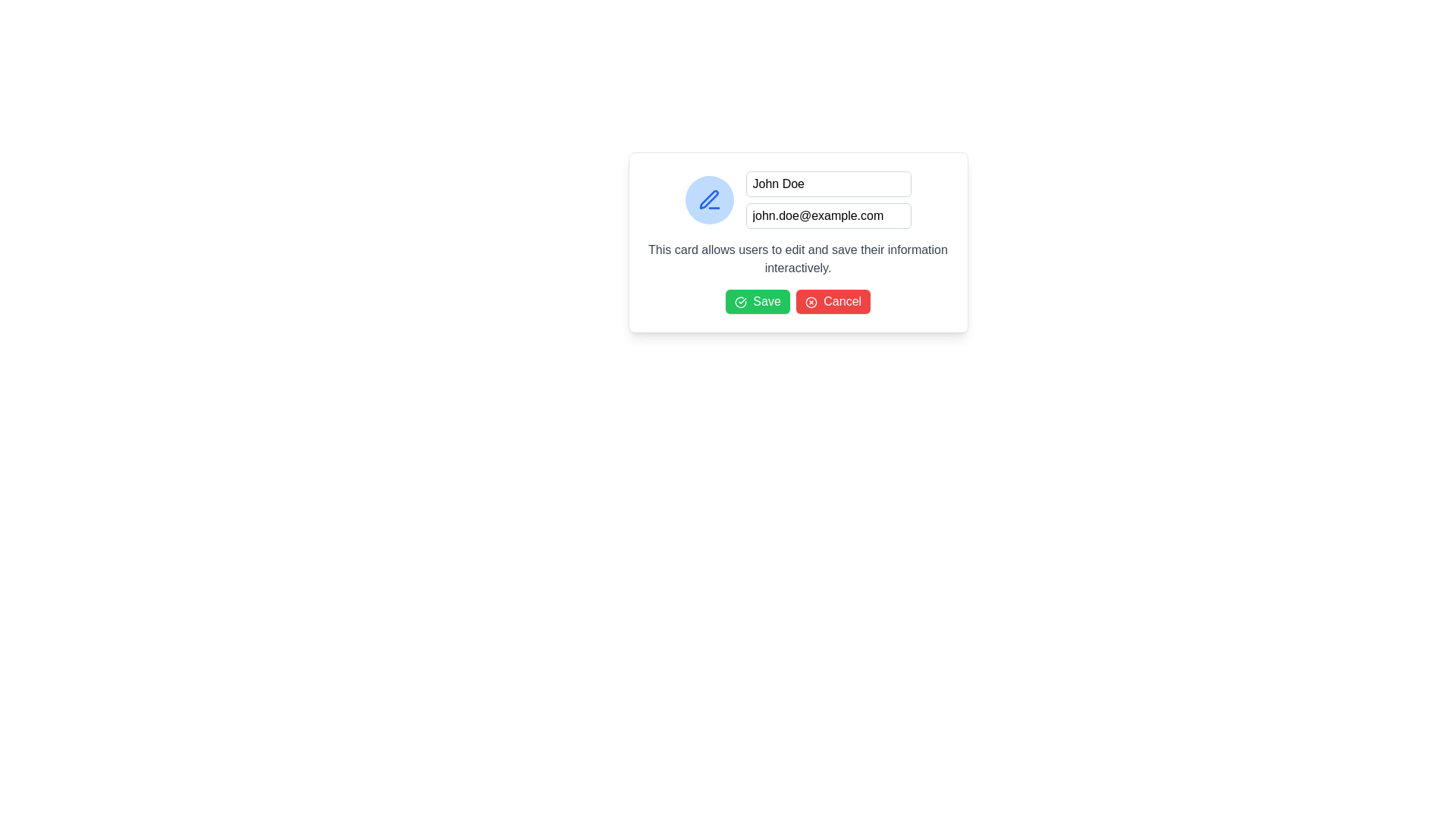 This screenshot has height=819, width=1456. What do you see at coordinates (797, 301) in the screenshot?
I see `the 'Cancel' button in the Button group located at the bottom of the card layout to discard changes` at bounding box center [797, 301].